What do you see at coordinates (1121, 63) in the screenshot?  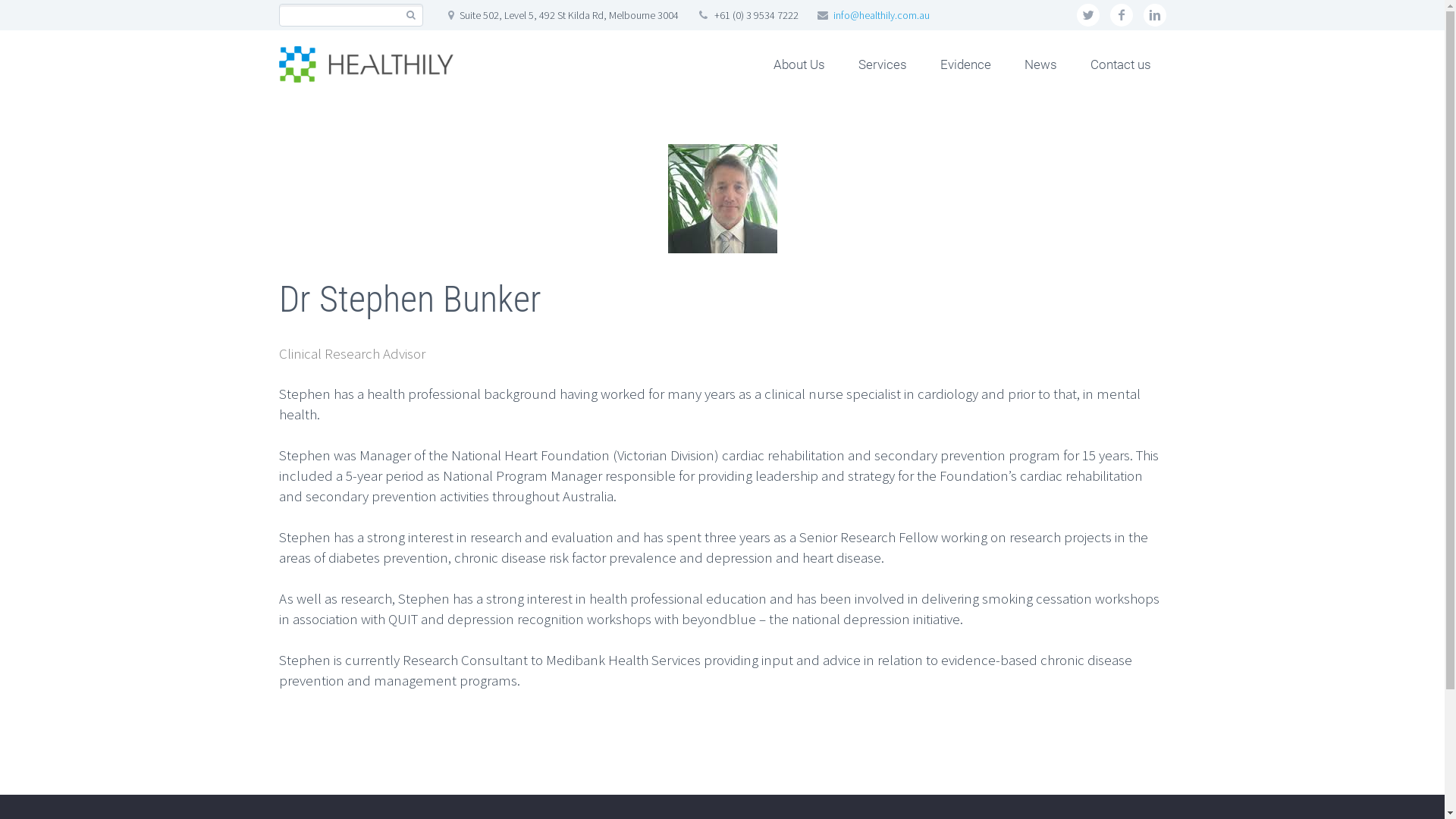 I see `'Contact us'` at bounding box center [1121, 63].